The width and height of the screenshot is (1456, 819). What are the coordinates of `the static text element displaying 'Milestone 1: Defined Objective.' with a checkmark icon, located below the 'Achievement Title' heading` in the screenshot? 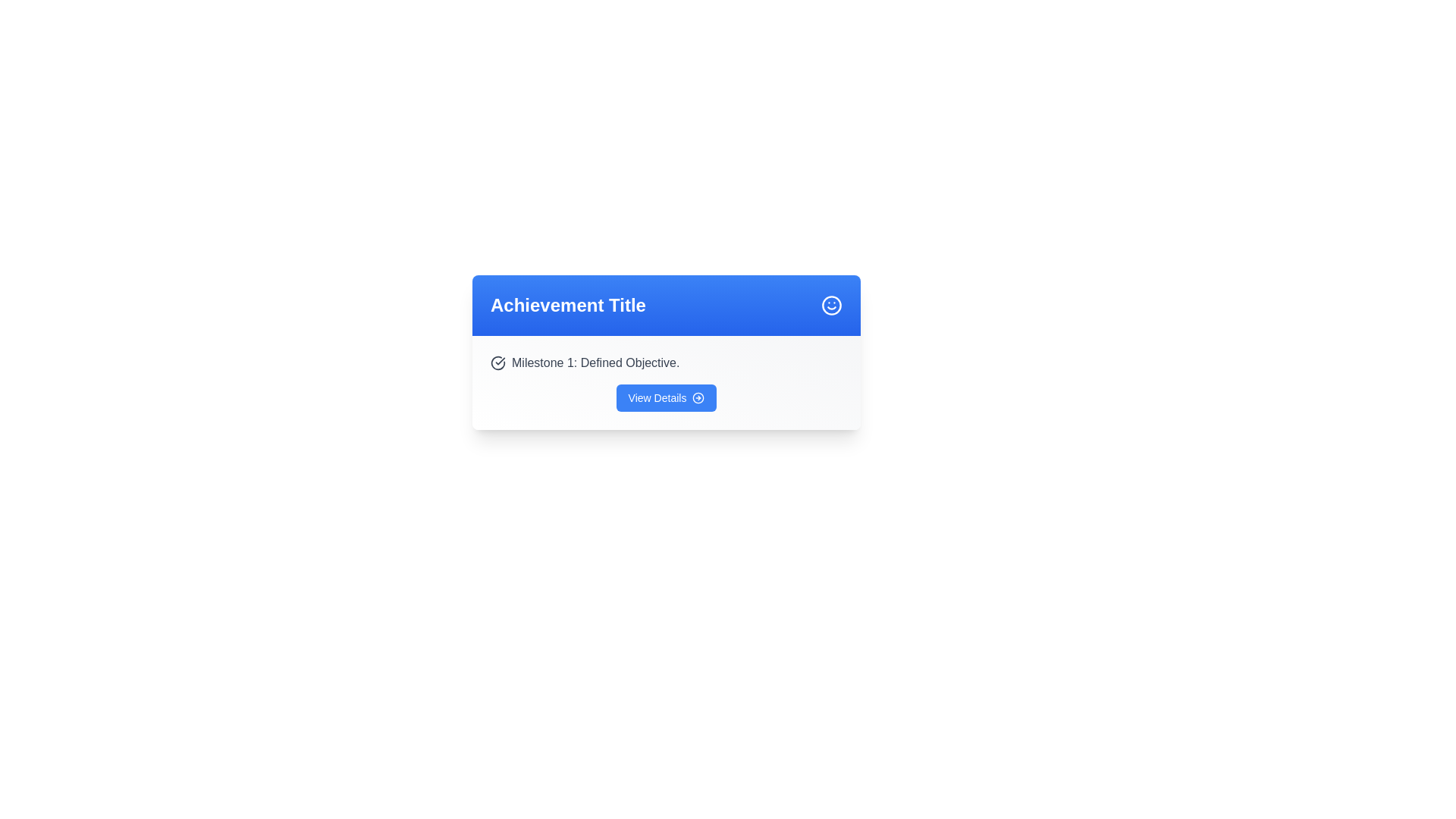 It's located at (666, 362).